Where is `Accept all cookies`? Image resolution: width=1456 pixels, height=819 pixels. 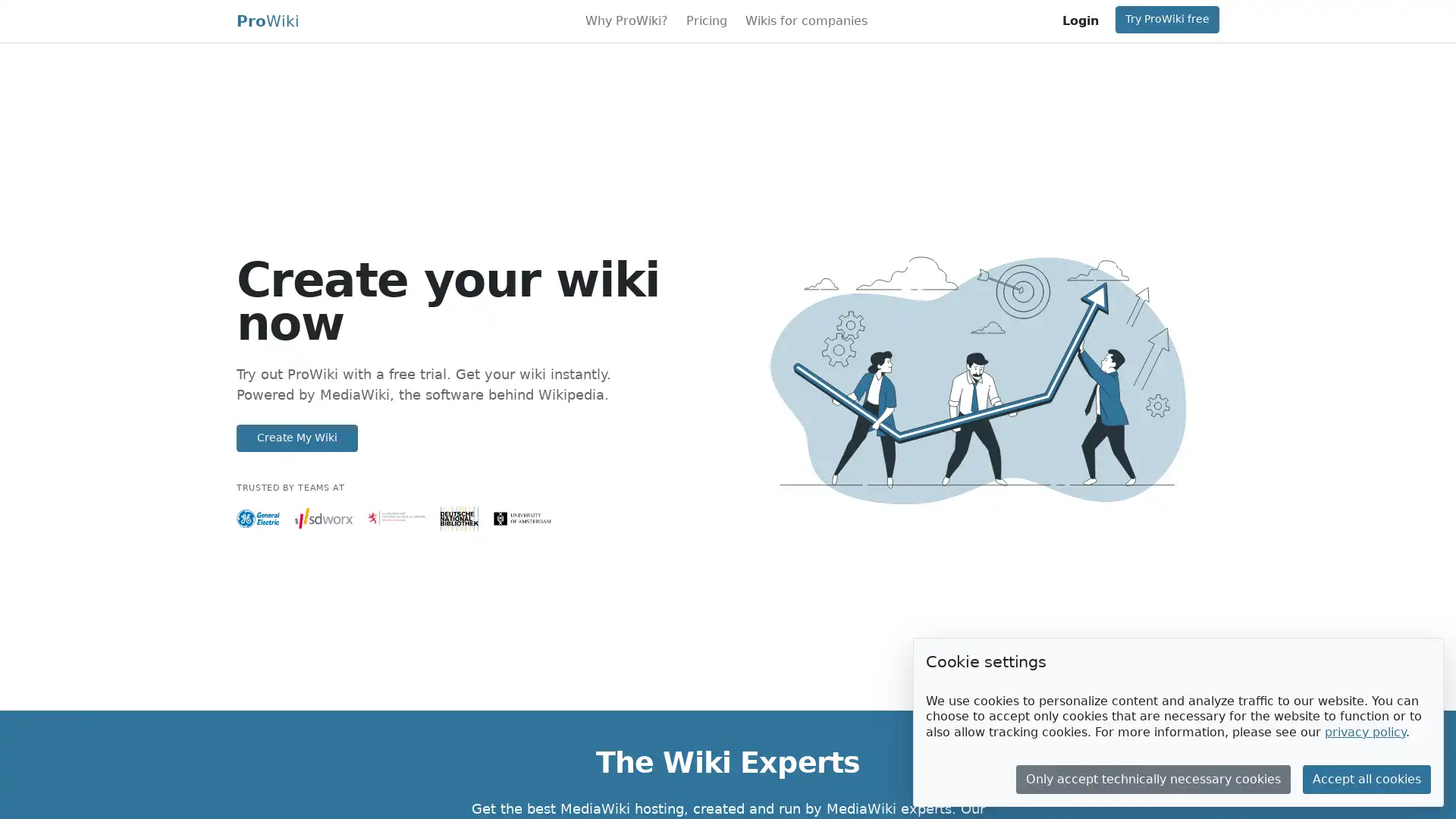 Accept all cookies is located at coordinates (1367, 780).